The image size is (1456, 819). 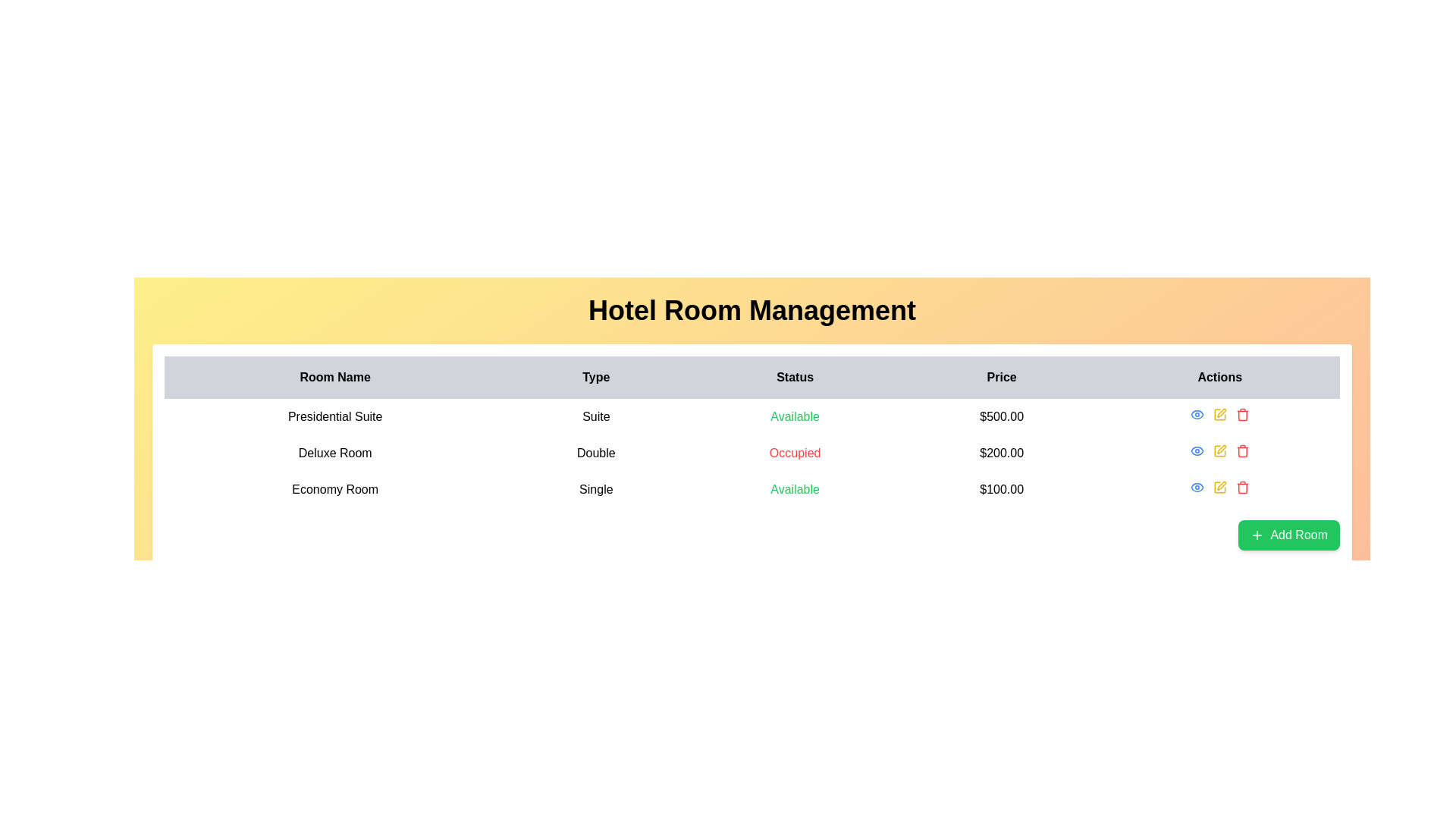 What do you see at coordinates (1221, 448) in the screenshot?
I see `the edit action icon for the 'Deluxe Room', which is the second icon in the Actions column of the second row in the table` at bounding box center [1221, 448].